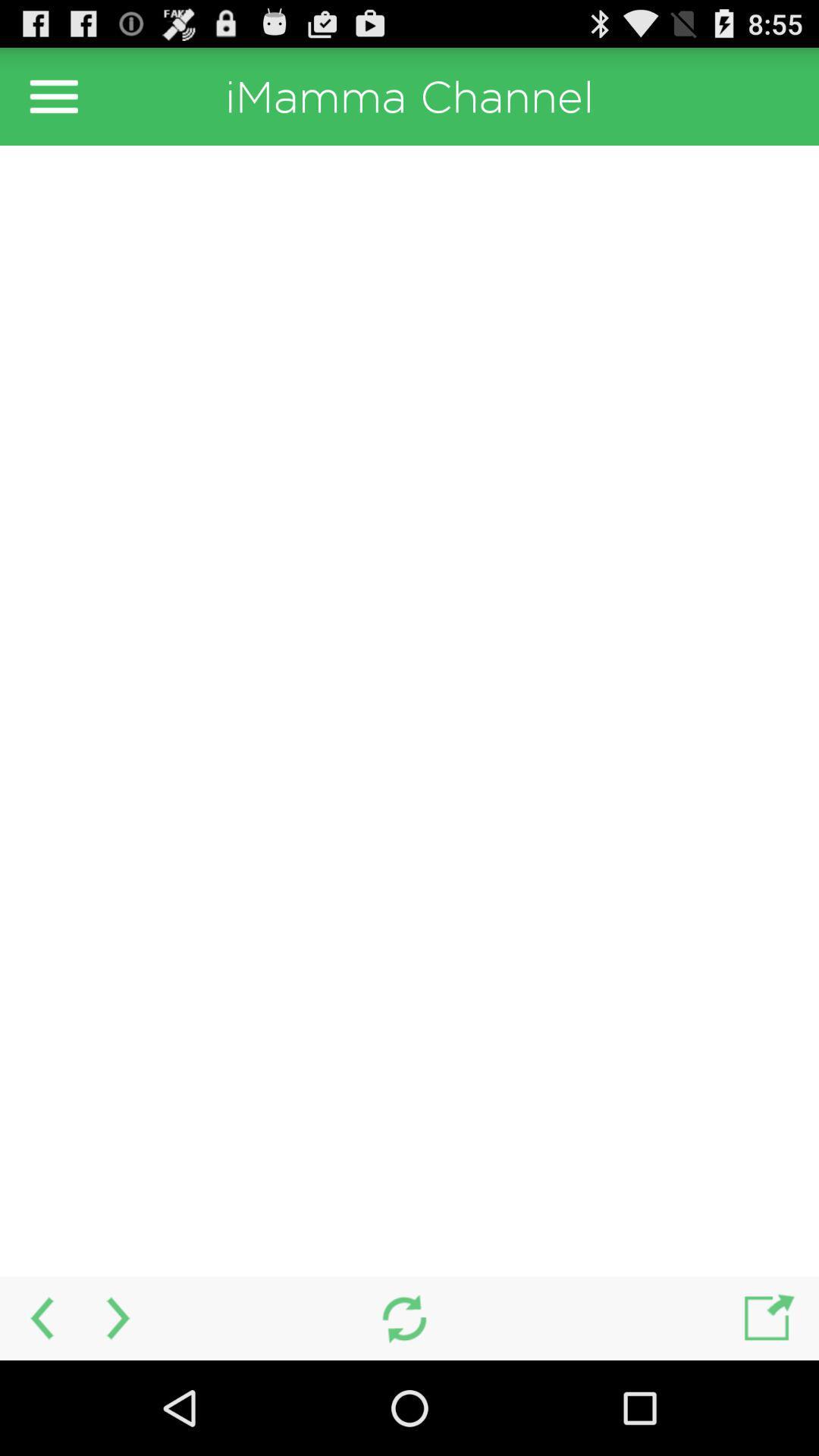 The height and width of the screenshot is (1456, 819). What do you see at coordinates (53, 96) in the screenshot?
I see `menu` at bounding box center [53, 96].